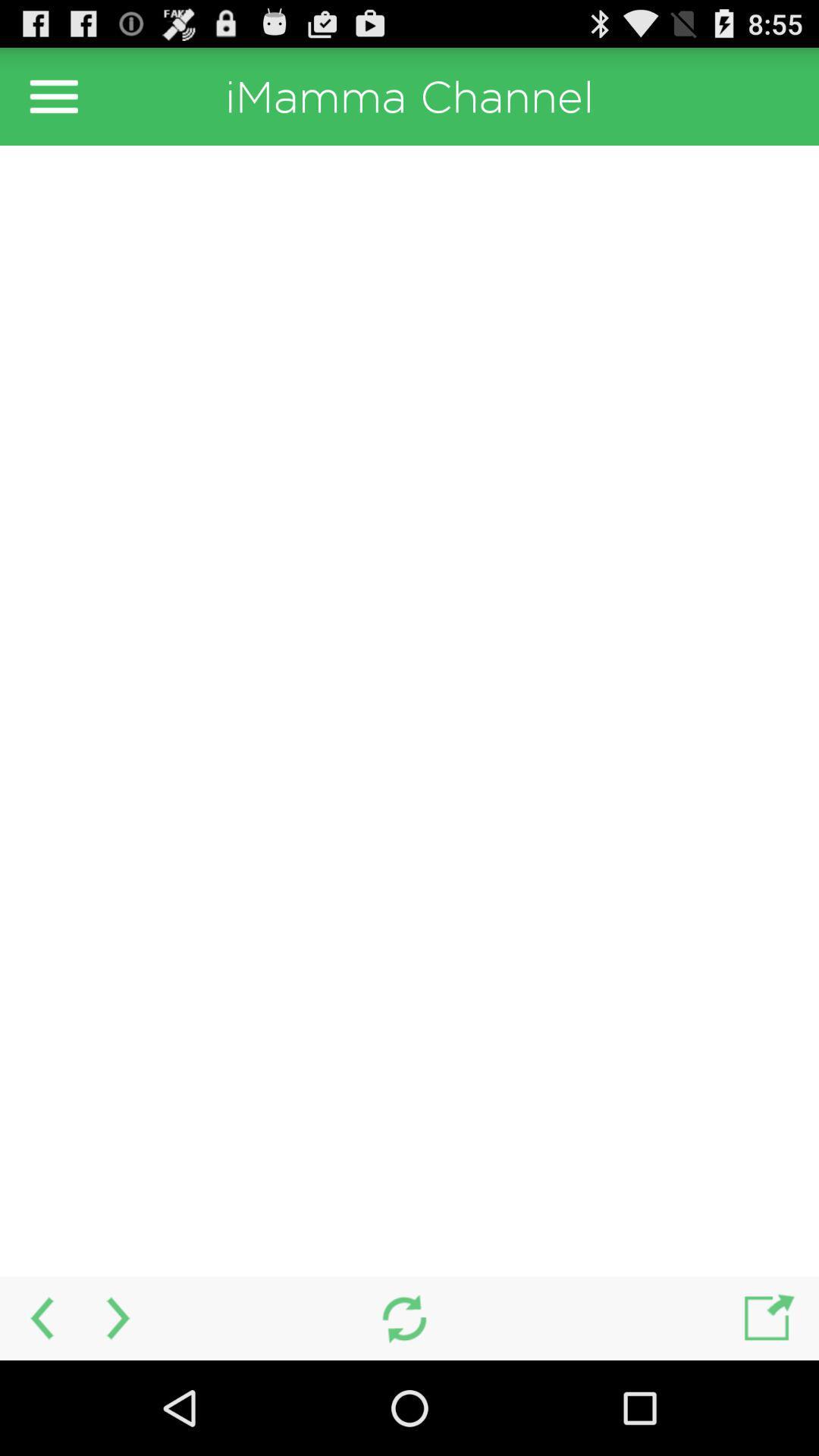 The height and width of the screenshot is (1456, 819). What do you see at coordinates (53, 96) in the screenshot?
I see `menu` at bounding box center [53, 96].